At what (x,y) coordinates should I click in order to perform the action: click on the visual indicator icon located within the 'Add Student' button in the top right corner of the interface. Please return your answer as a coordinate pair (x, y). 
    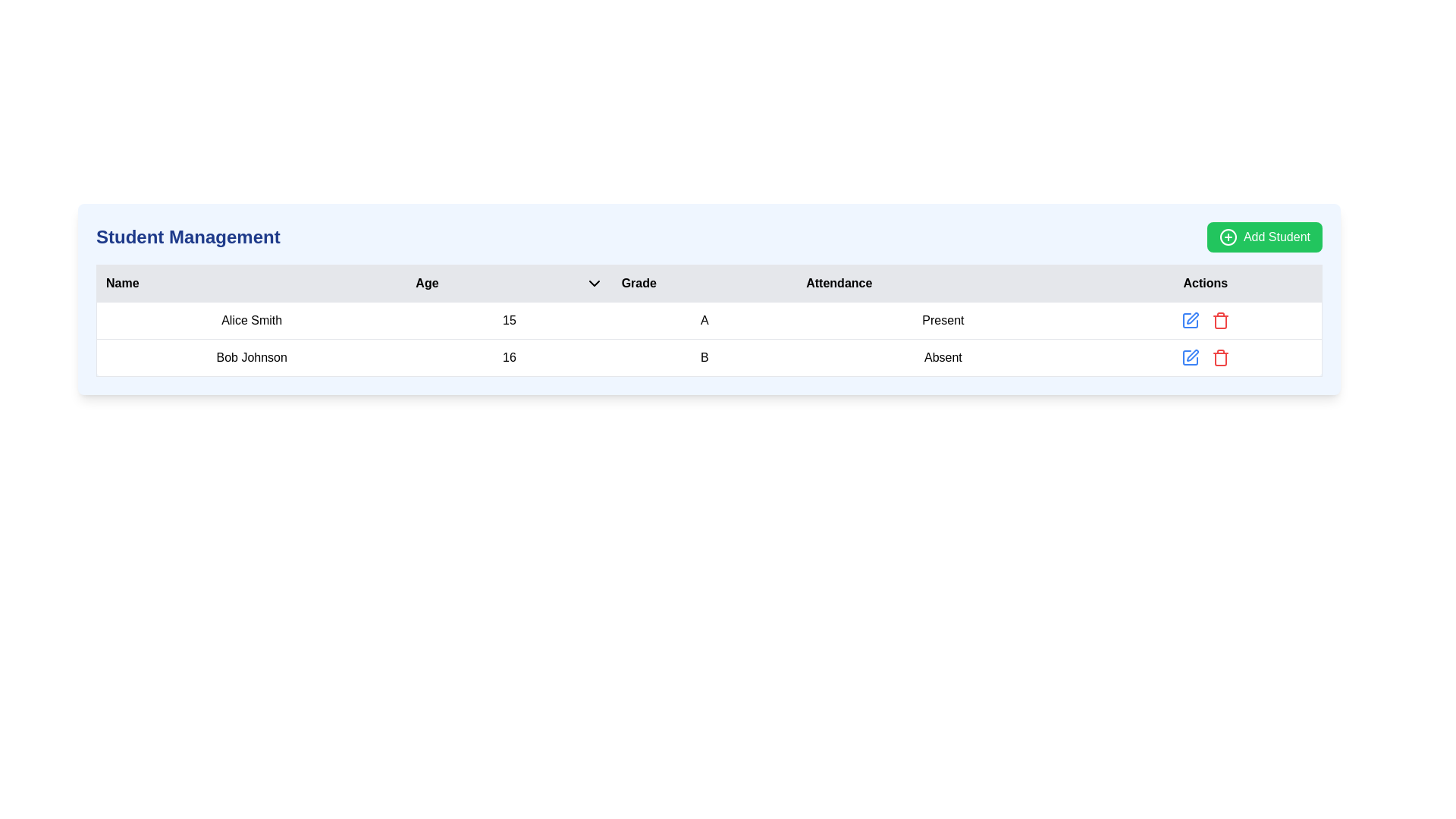
    Looking at the image, I should click on (1228, 237).